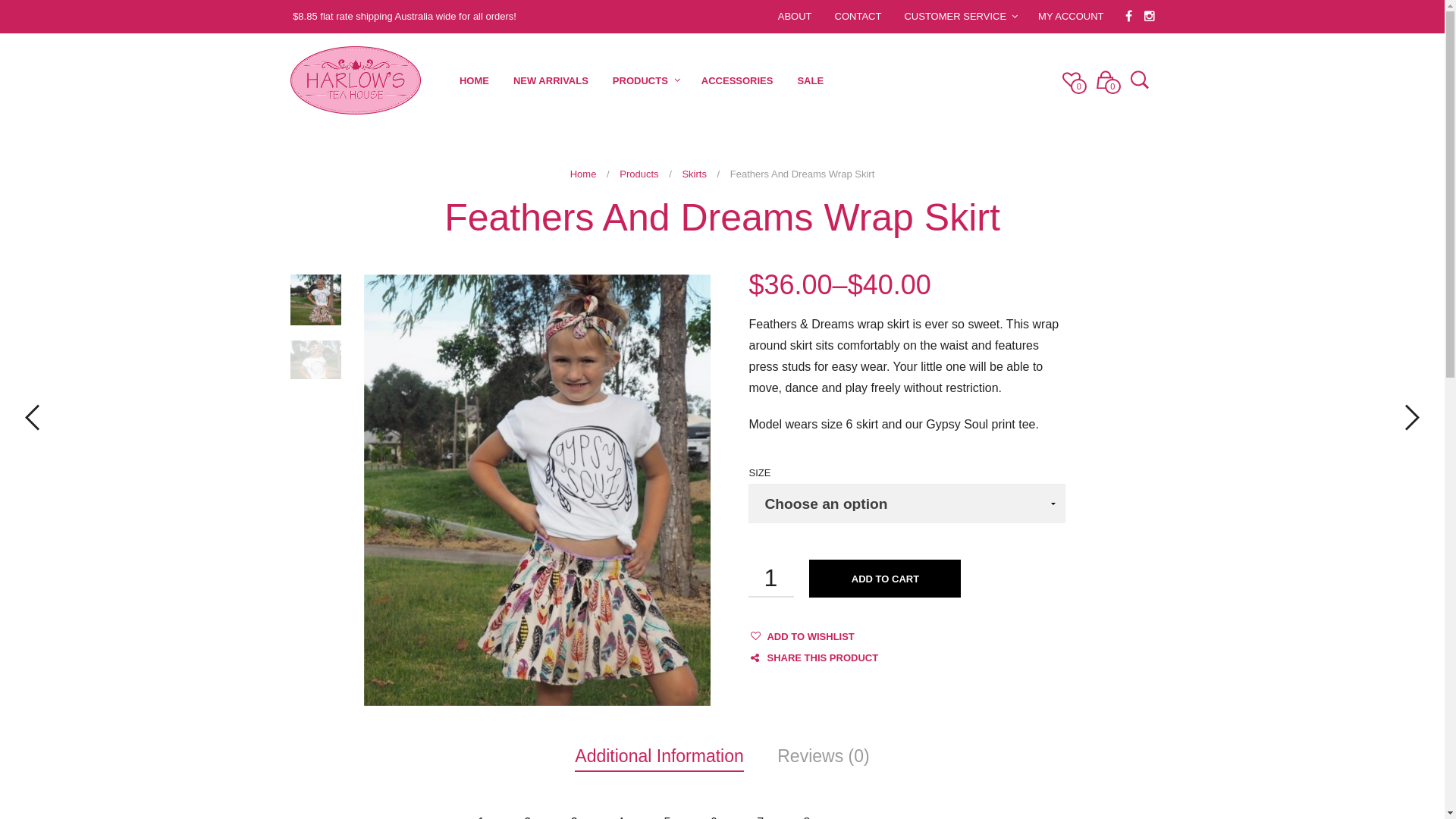 Image resolution: width=1456 pixels, height=819 pixels. I want to click on 'ADD TO CART', so click(884, 579).